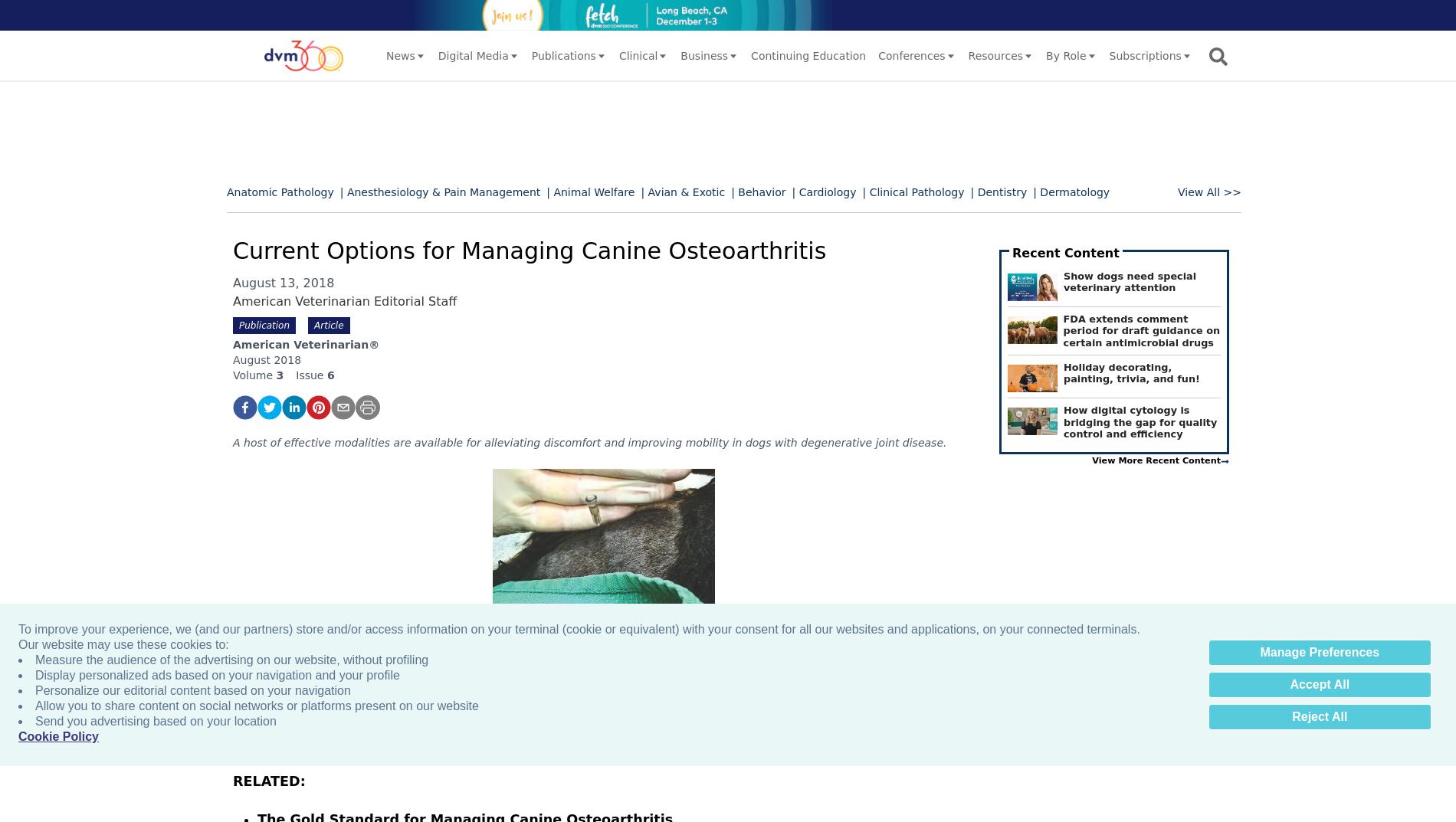 This screenshot has height=822, width=1456. What do you see at coordinates (798, 339) in the screenshot?
I see `'|    Toxicology'` at bounding box center [798, 339].